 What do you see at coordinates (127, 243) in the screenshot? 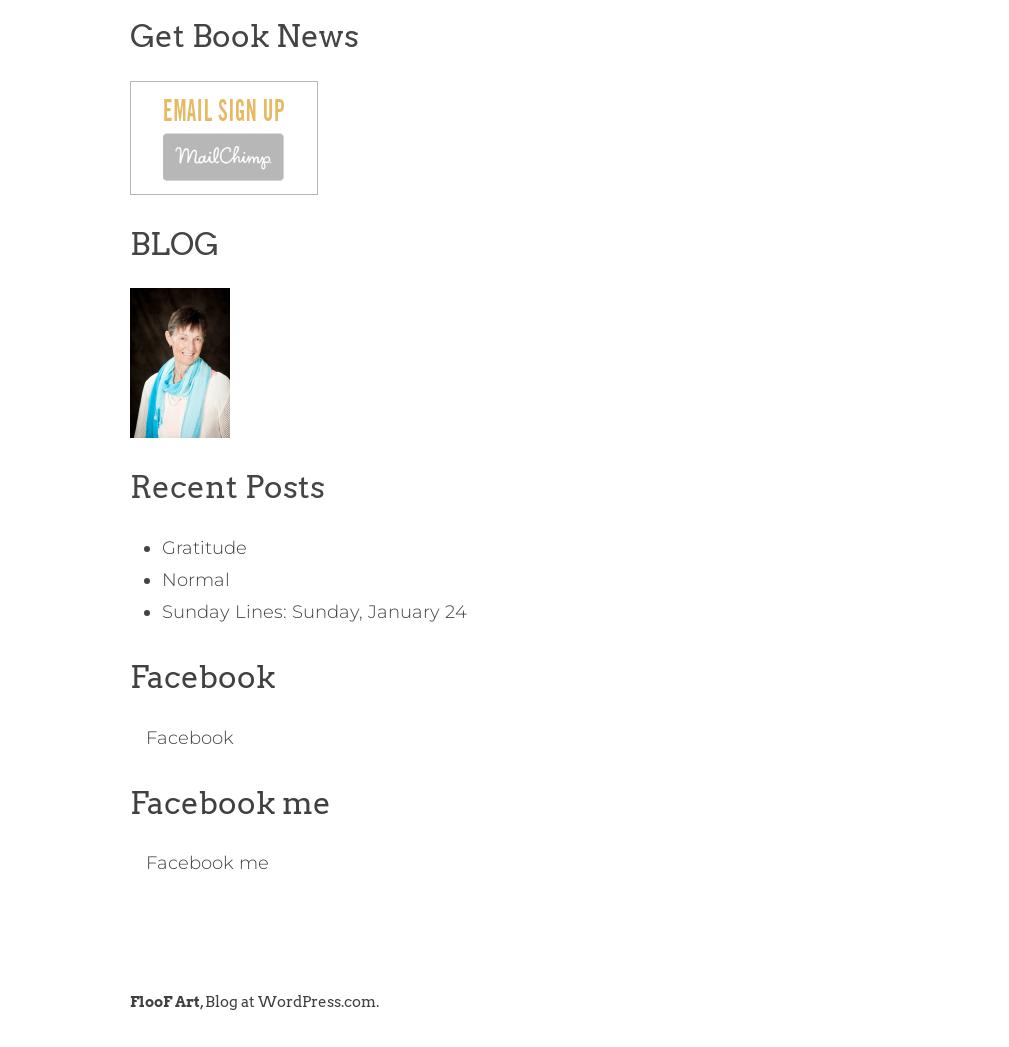
I see `'BLOG'` at bounding box center [127, 243].